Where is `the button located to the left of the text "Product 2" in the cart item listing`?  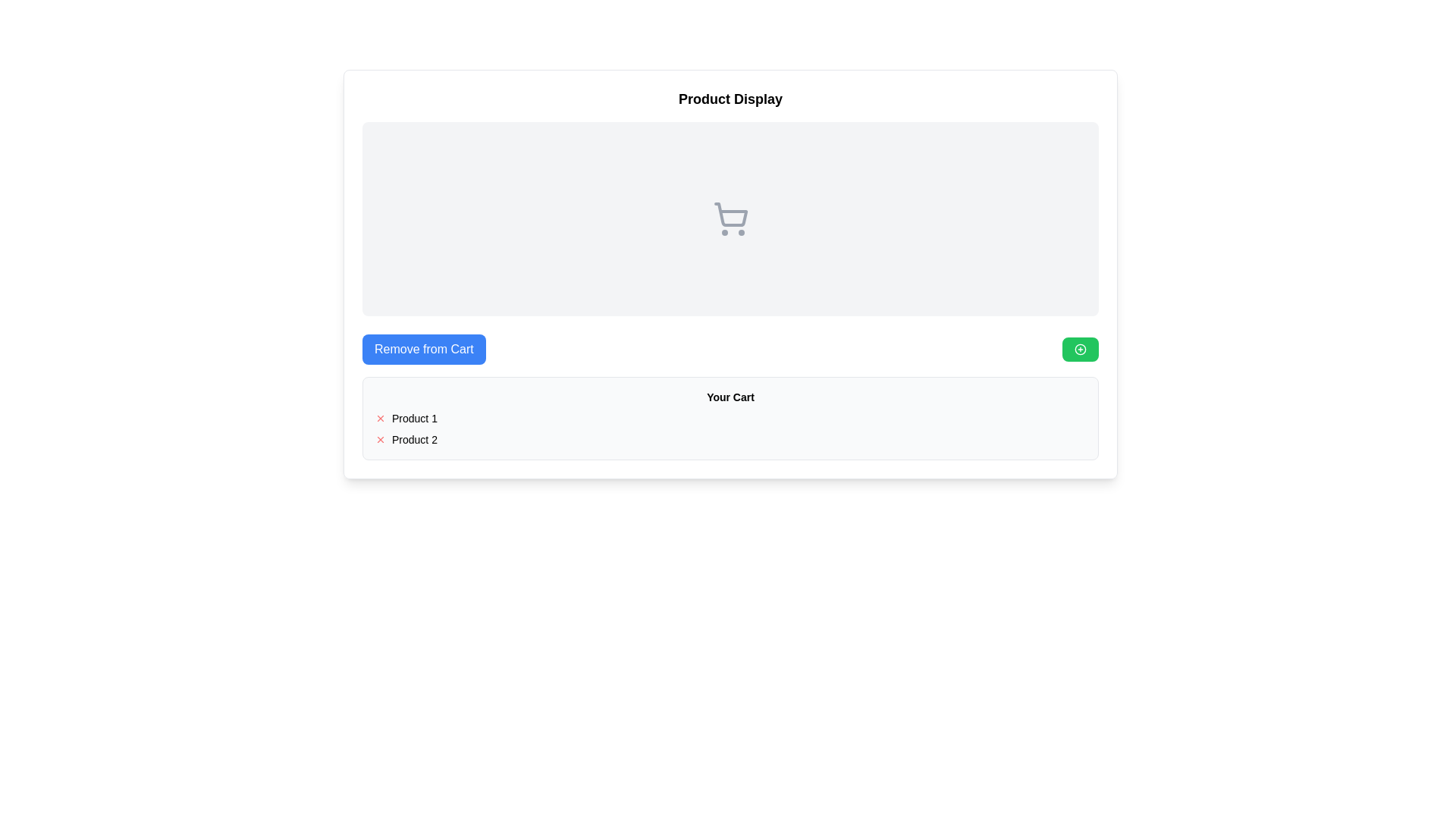 the button located to the left of the text "Product 2" in the cart item listing is located at coordinates (381, 439).